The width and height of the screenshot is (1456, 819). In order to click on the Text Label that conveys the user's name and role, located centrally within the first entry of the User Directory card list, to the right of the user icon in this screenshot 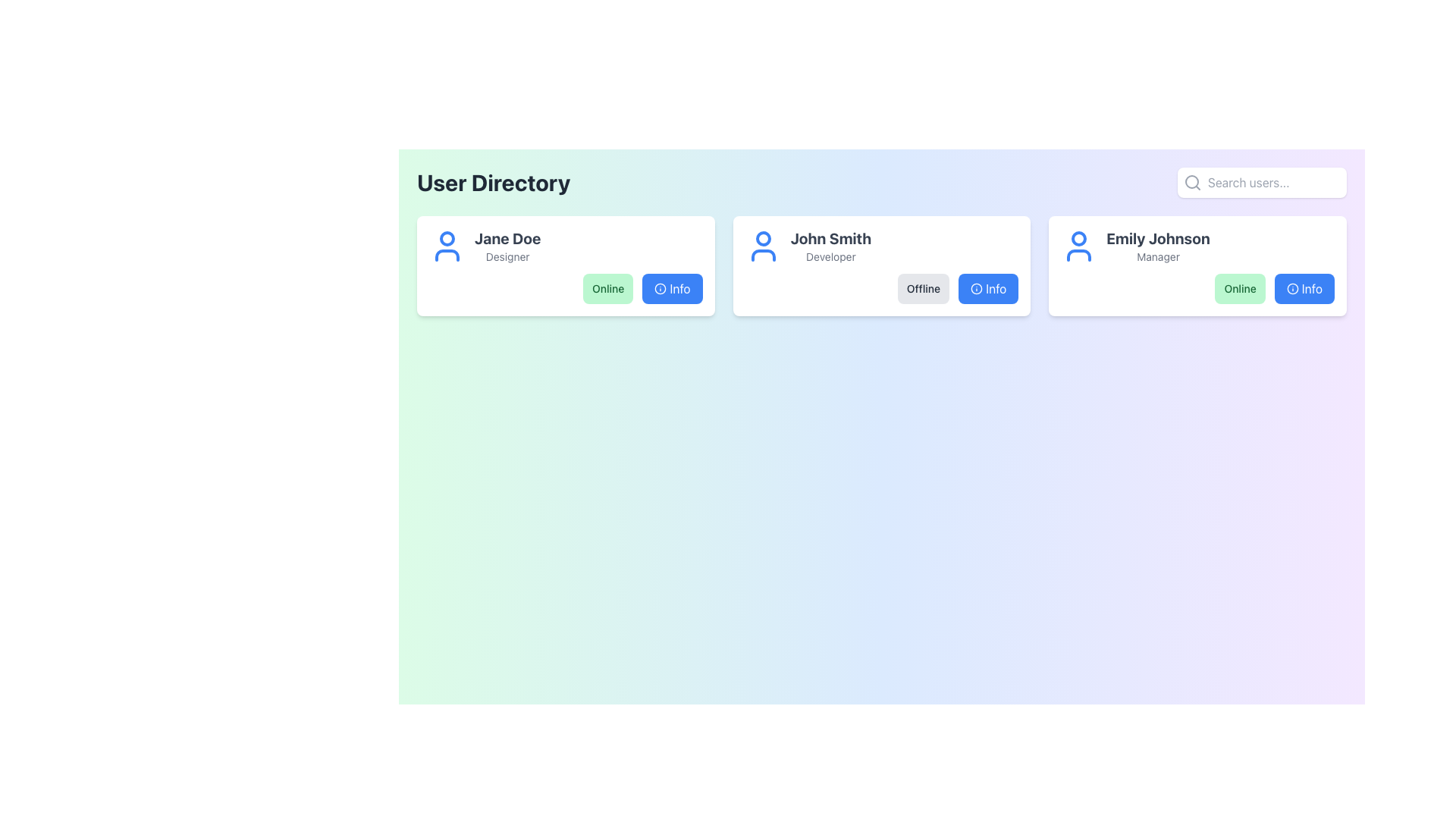, I will do `click(507, 245)`.